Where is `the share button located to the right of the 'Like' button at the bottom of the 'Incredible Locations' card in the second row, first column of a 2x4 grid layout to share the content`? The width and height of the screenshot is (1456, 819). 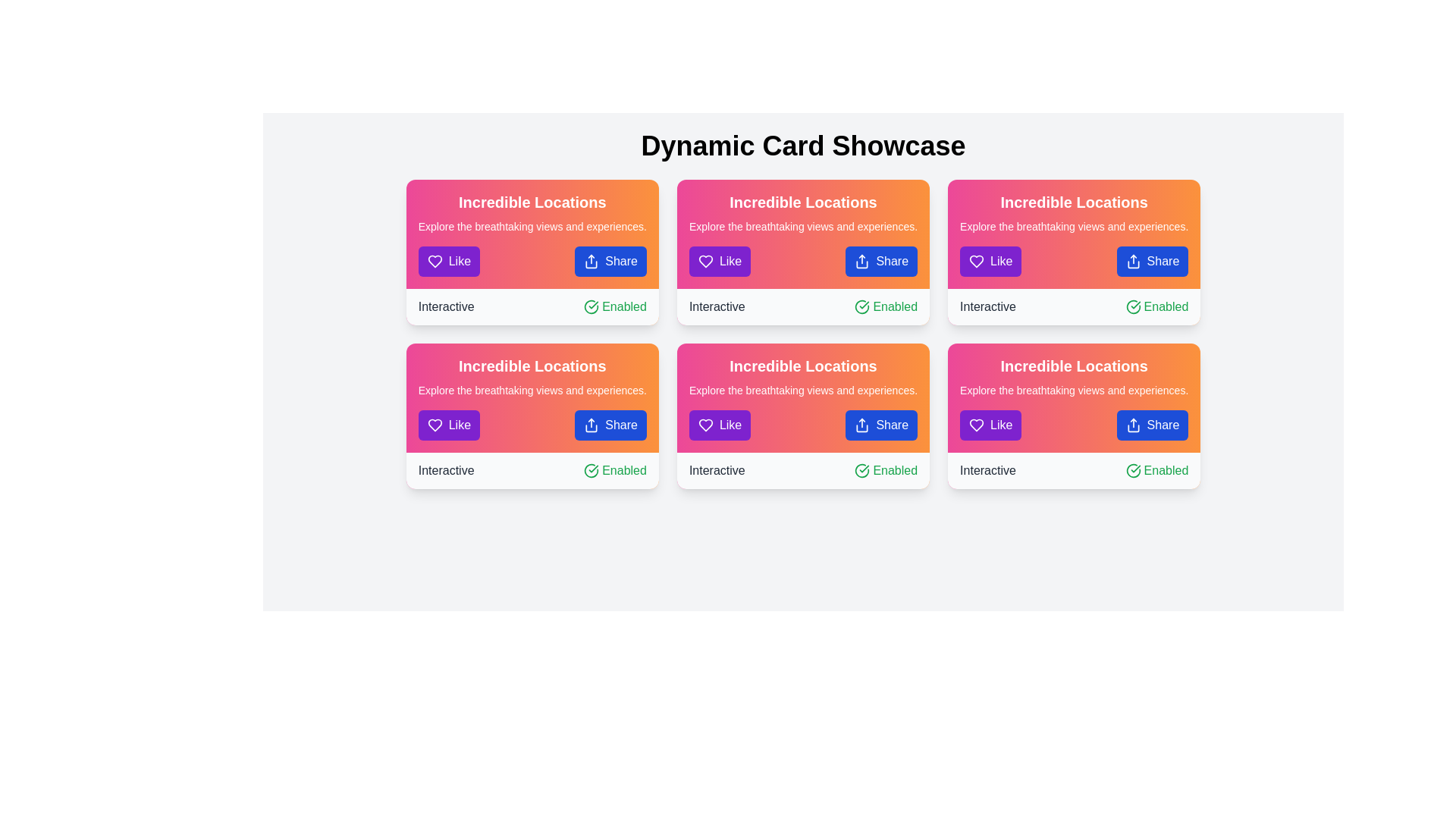 the share button located to the right of the 'Like' button at the bottom of the 'Incredible Locations' card in the second row, first column of a 2x4 grid layout to share the content is located at coordinates (610, 425).